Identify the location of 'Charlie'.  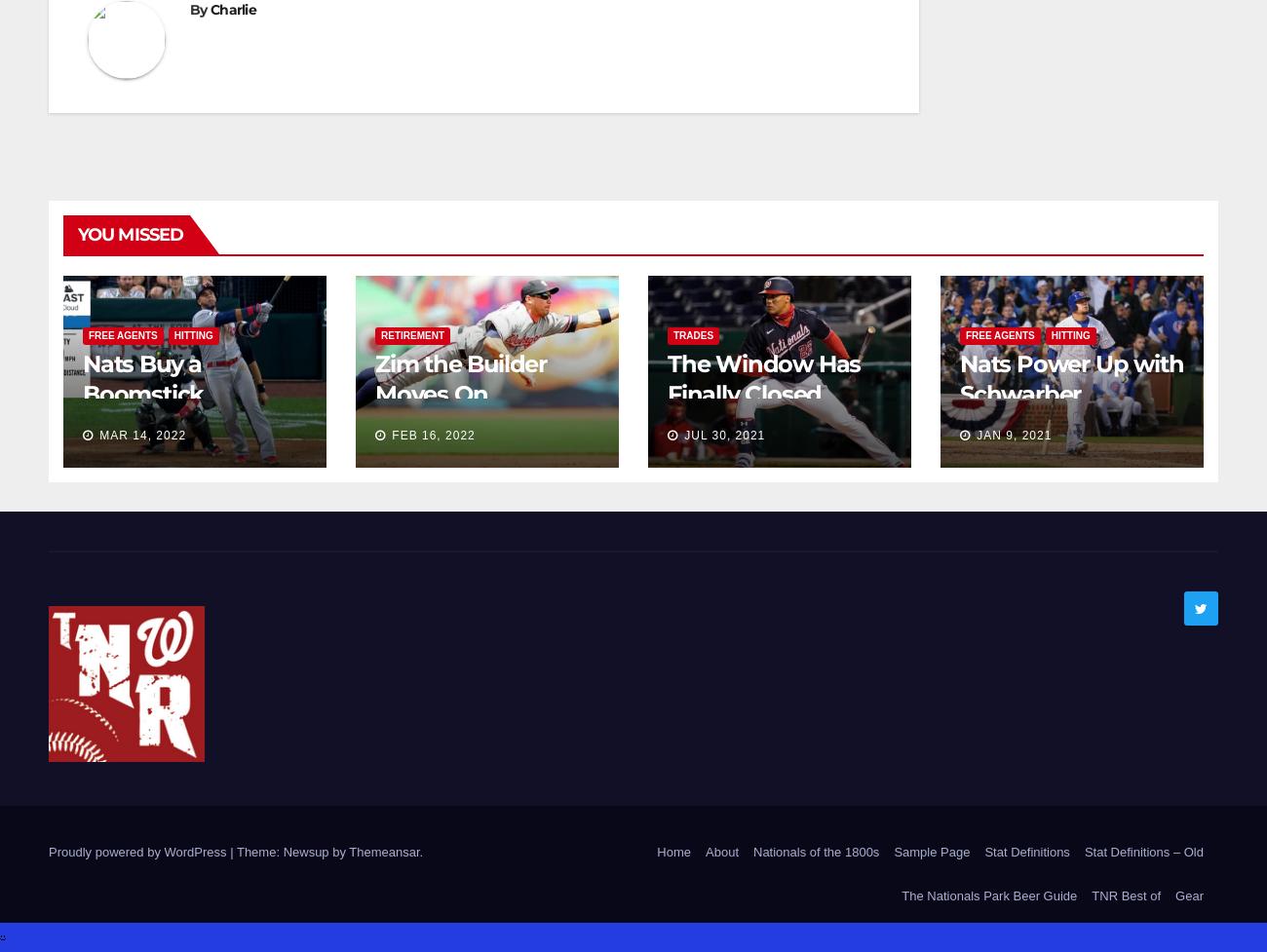
(231, 9).